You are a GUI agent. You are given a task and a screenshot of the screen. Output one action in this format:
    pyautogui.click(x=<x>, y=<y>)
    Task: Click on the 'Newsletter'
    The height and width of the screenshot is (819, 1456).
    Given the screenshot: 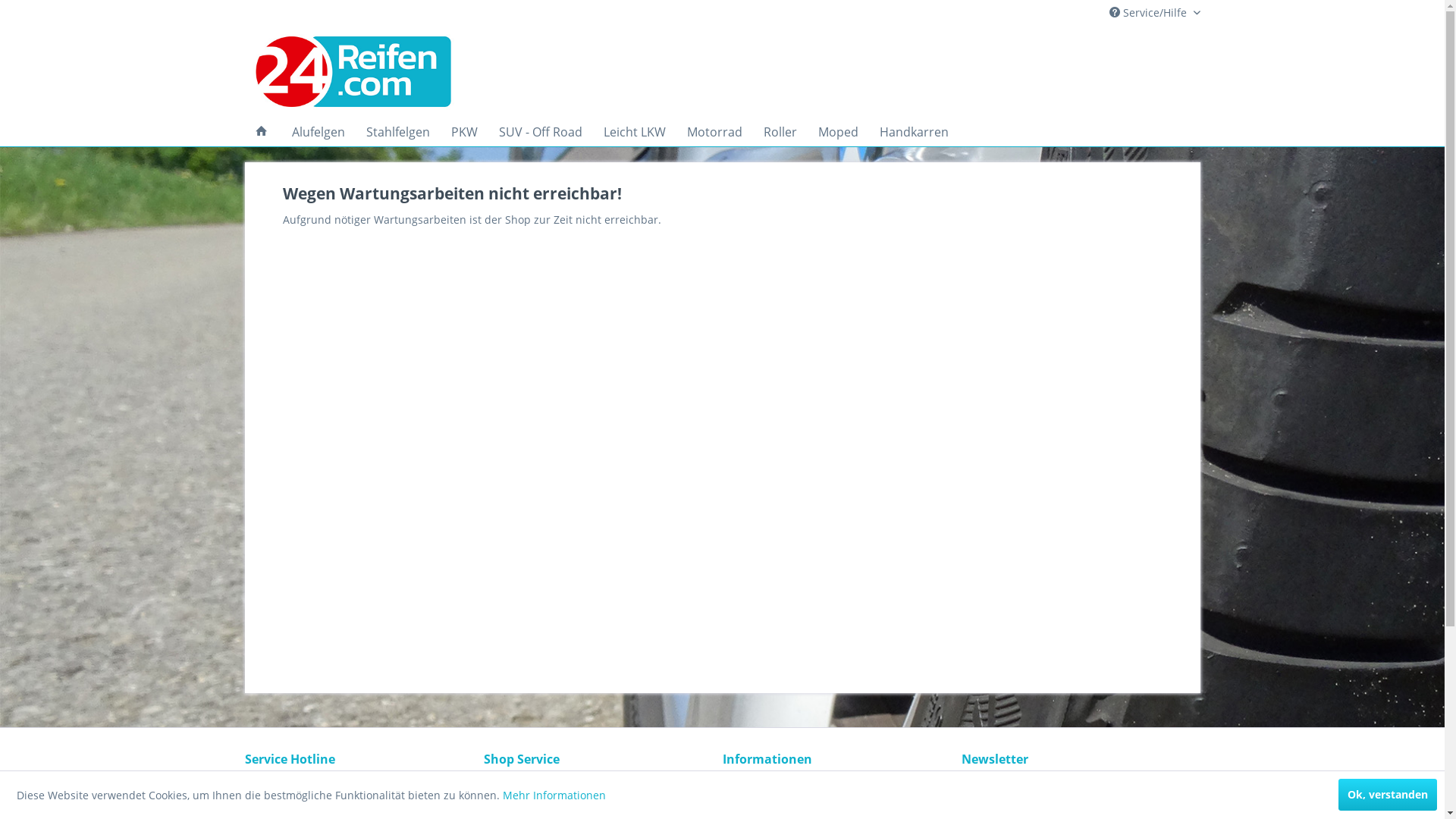 What is the action you would take?
    pyautogui.click(x=836, y=785)
    